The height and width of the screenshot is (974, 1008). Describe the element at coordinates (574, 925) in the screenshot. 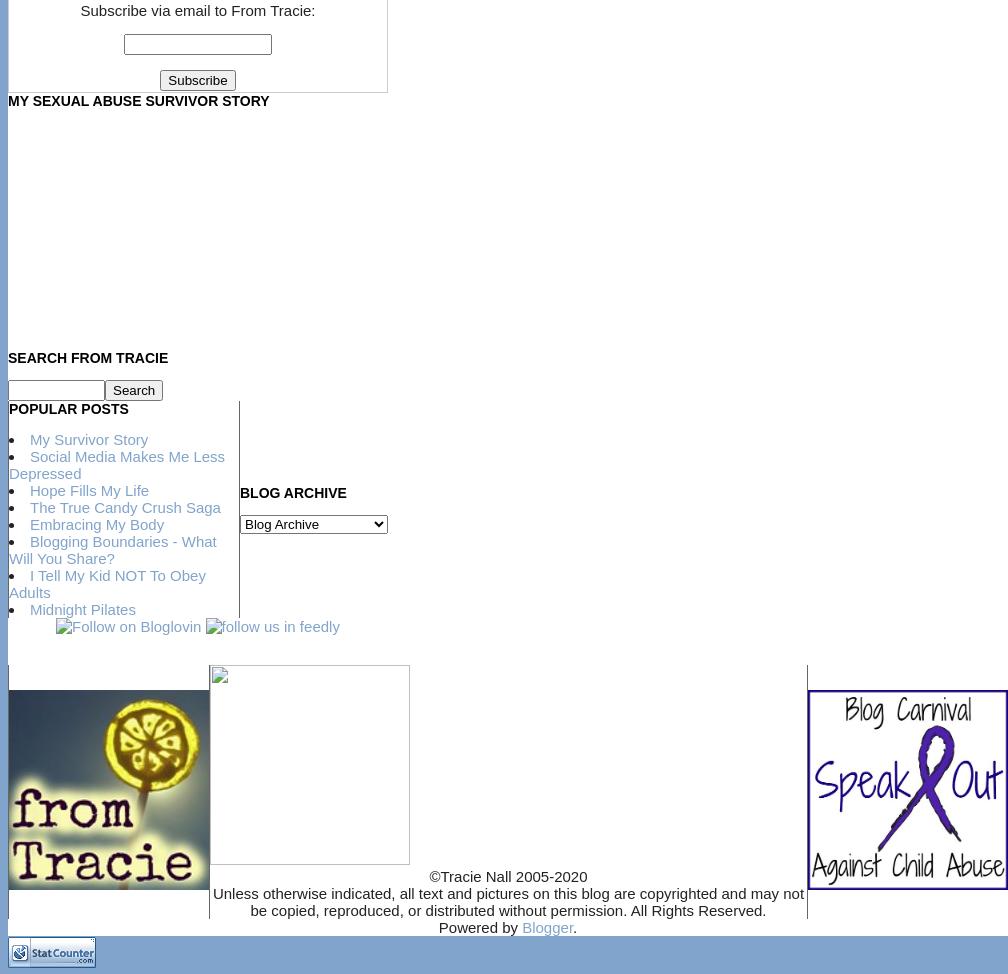

I see `'.'` at that location.